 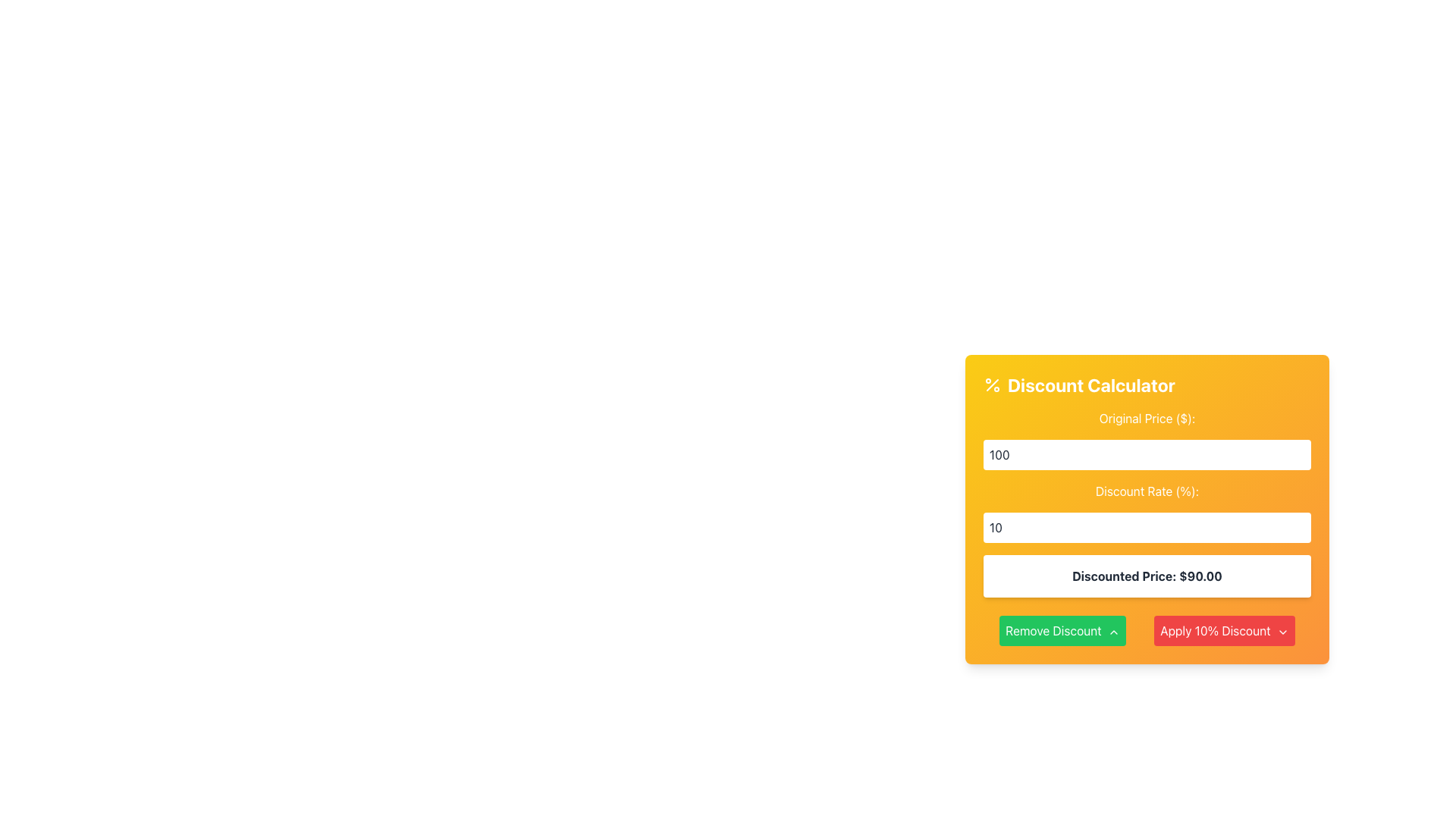 I want to click on the 'Apply 10% Discount' button located in the bottom right section of the 'Discount Calculator' interface to apply the discount, so click(x=1224, y=631).